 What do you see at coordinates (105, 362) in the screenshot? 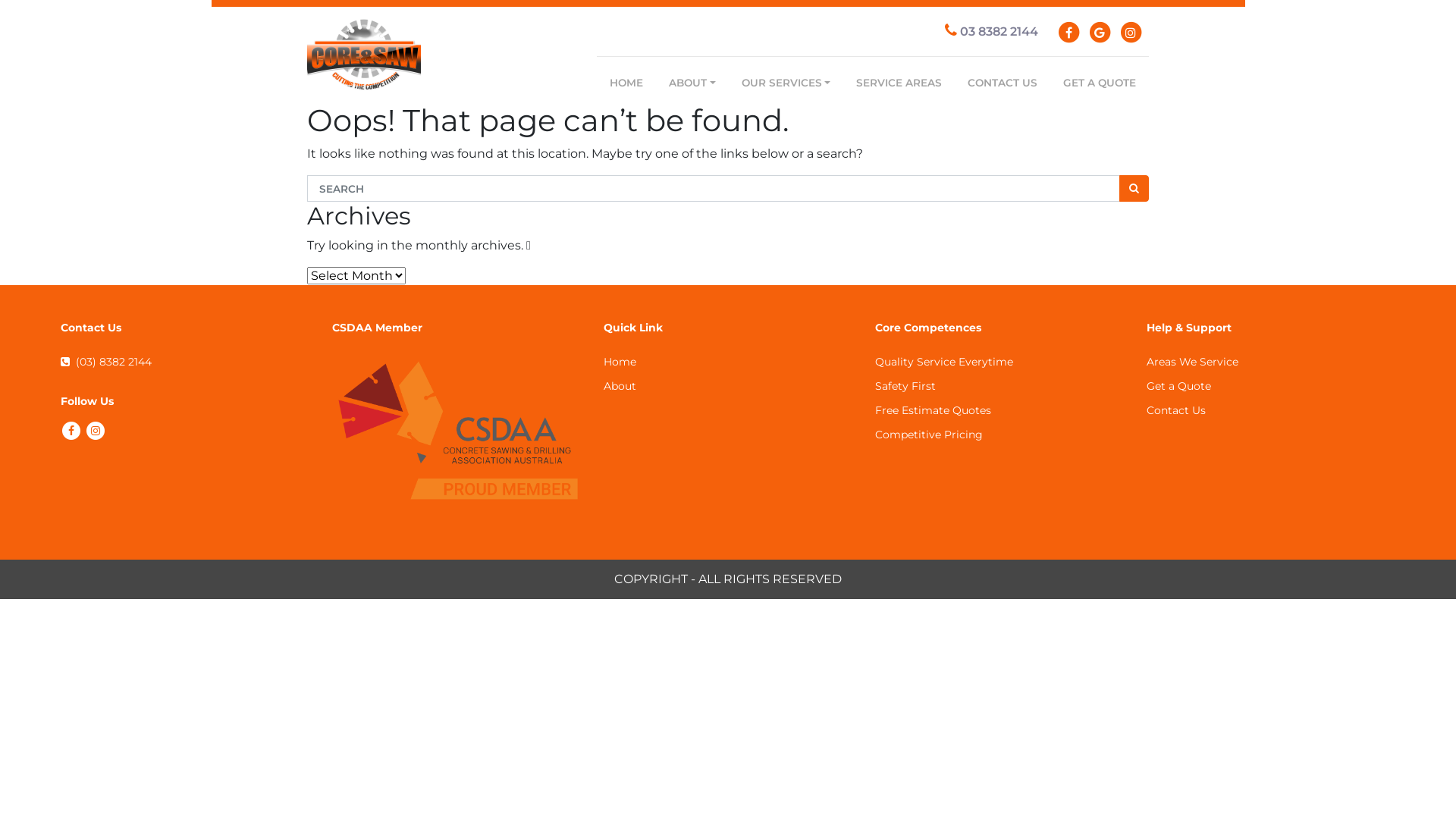
I see `'(03) 8382 2144'` at bounding box center [105, 362].